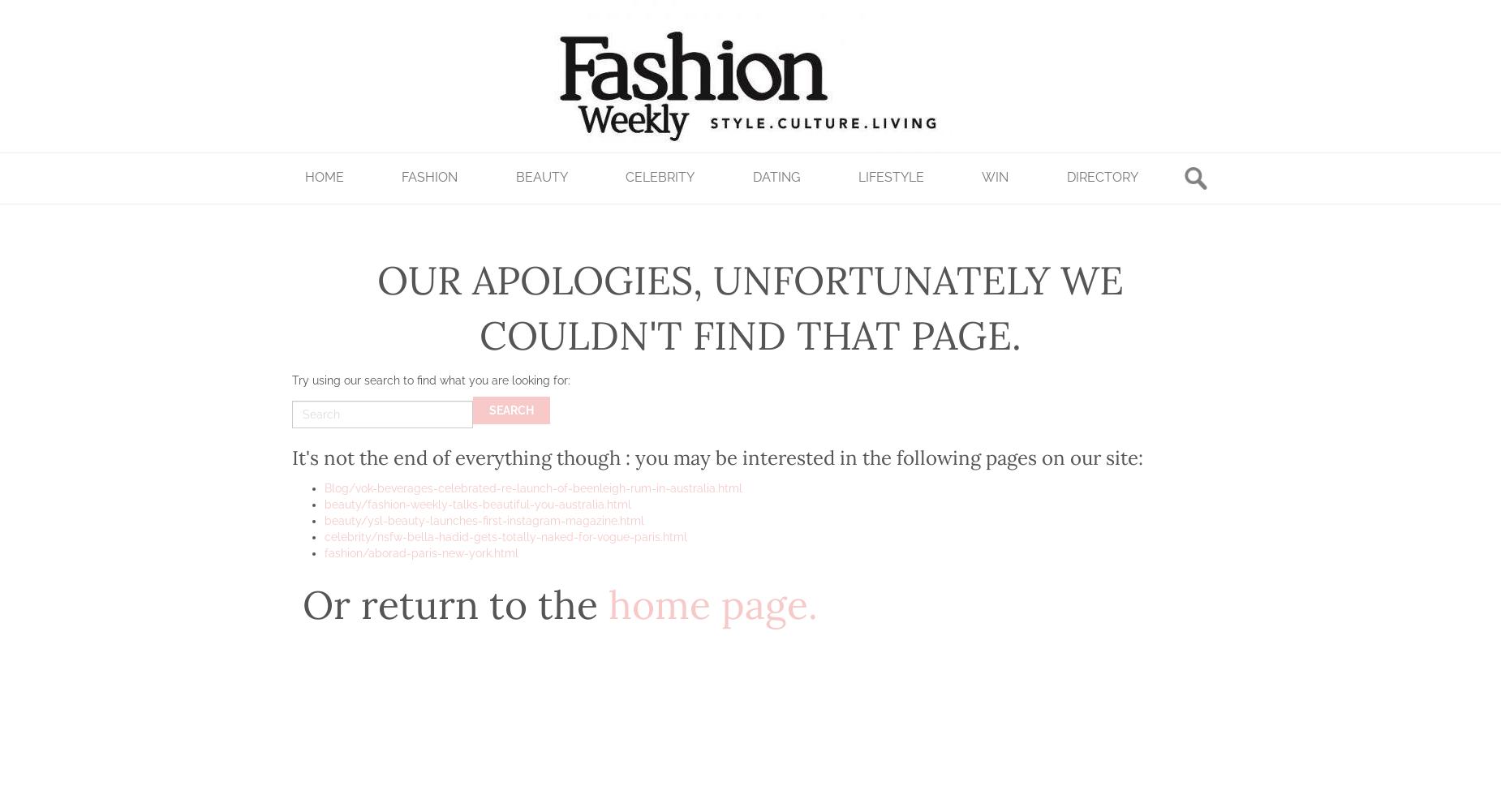 The width and height of the screenshot is (1501, 812). I want to click on 'beauty/ysl-beauty-launches-first-instagram-magazine.html', so click(484, 521).